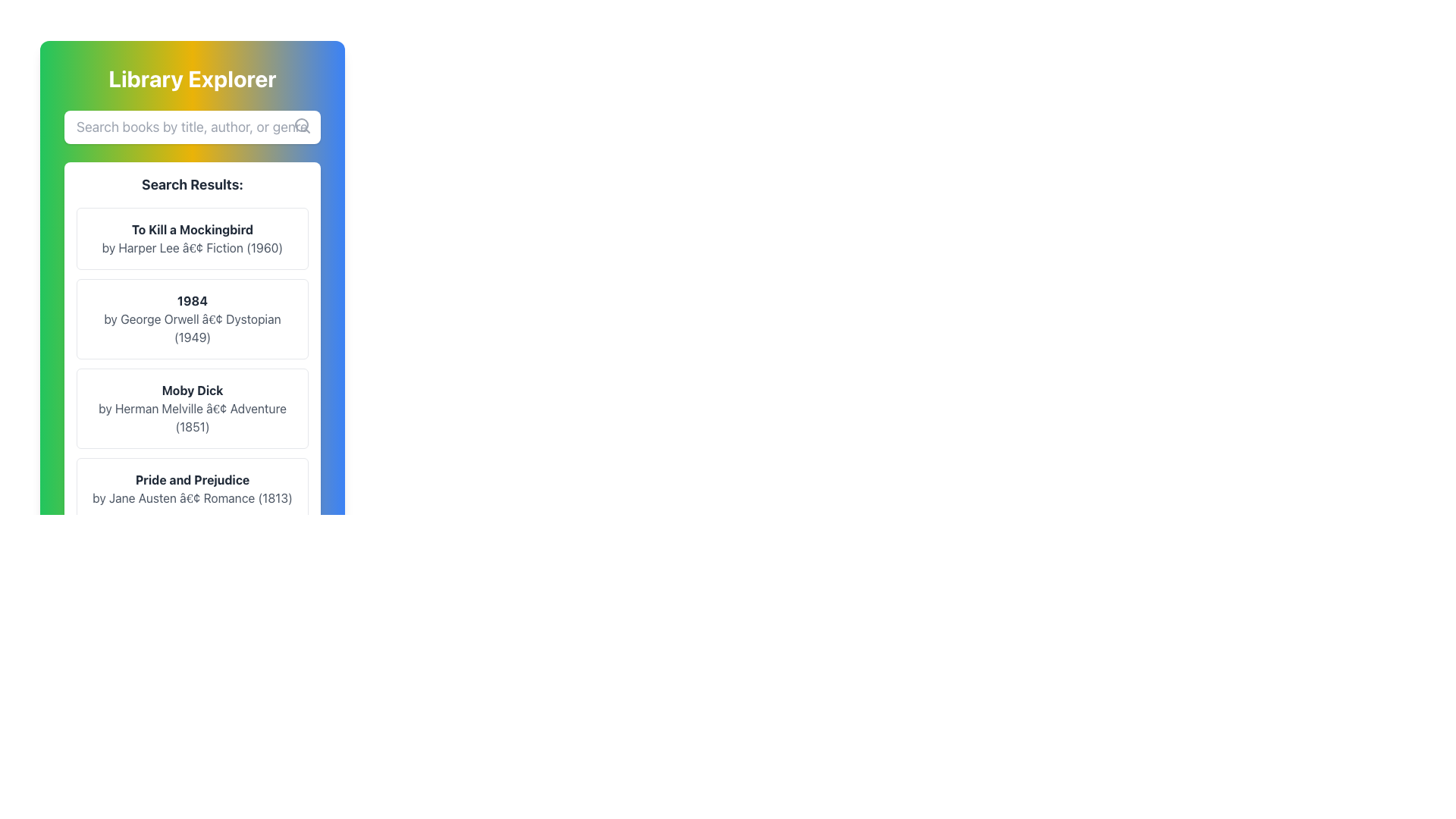  Describe the element at coordinates (192, 497) in the screenshot. I see `the informational text element that provides metadata about the book 'Pride and Prejudice', including author Jane Austen, genre Romance, and publication year 1813` at that location.